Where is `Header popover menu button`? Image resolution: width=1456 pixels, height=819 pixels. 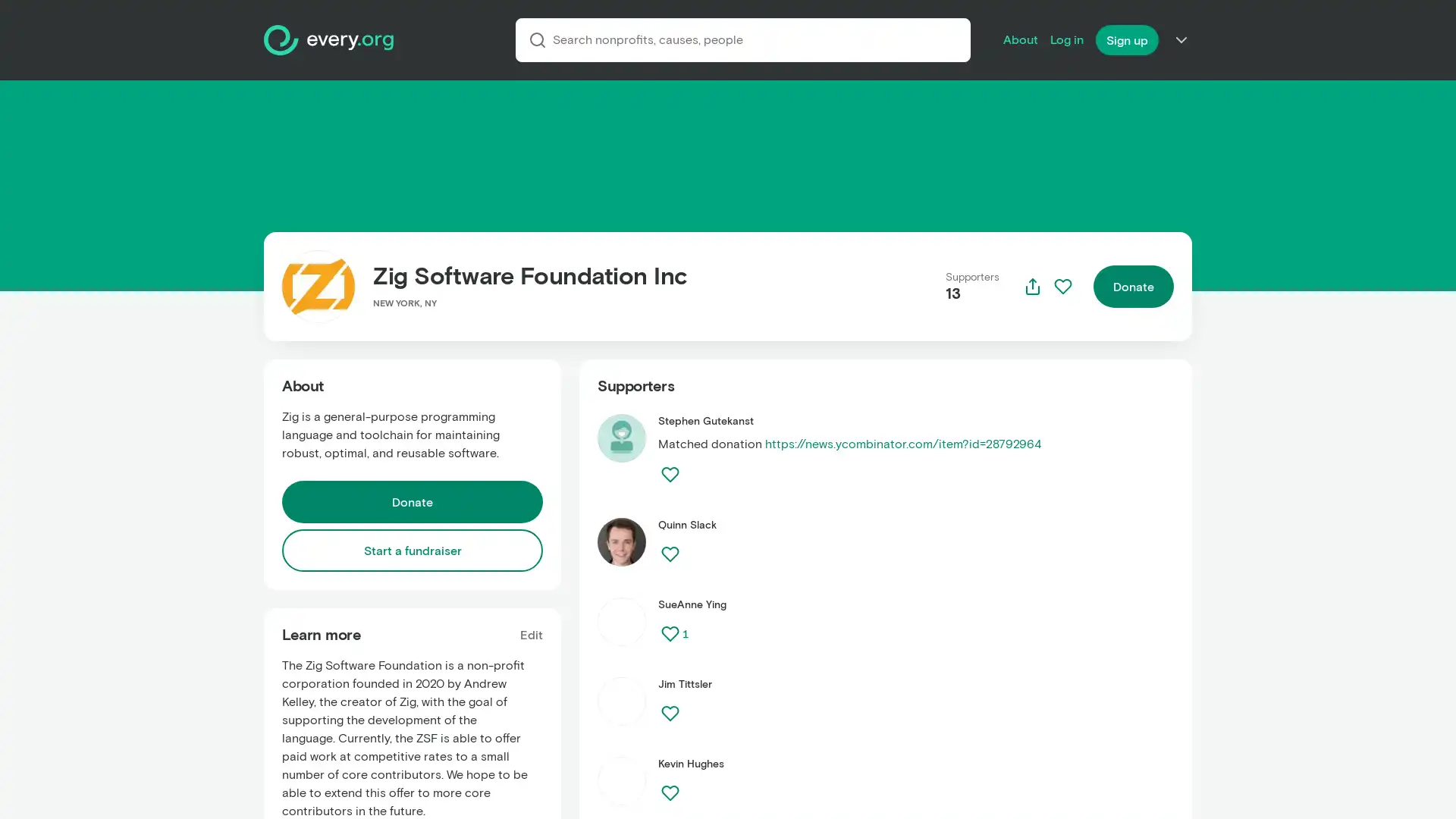 Header popover menu button is located at coordinates (1181, 39).